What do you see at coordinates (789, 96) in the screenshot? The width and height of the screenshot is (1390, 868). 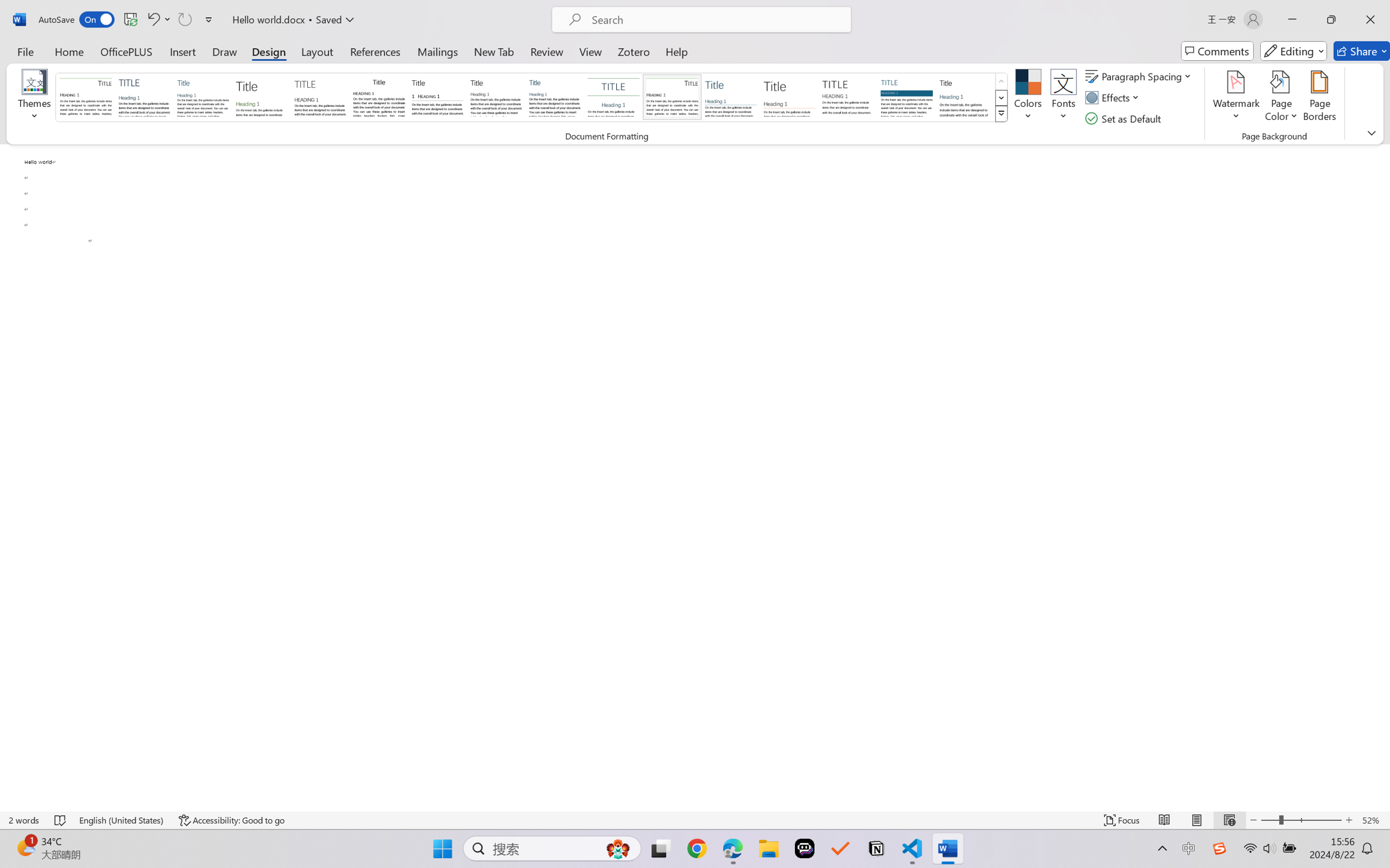 I see `'Lines (Stylish)'` at bounding box center [789, 96].